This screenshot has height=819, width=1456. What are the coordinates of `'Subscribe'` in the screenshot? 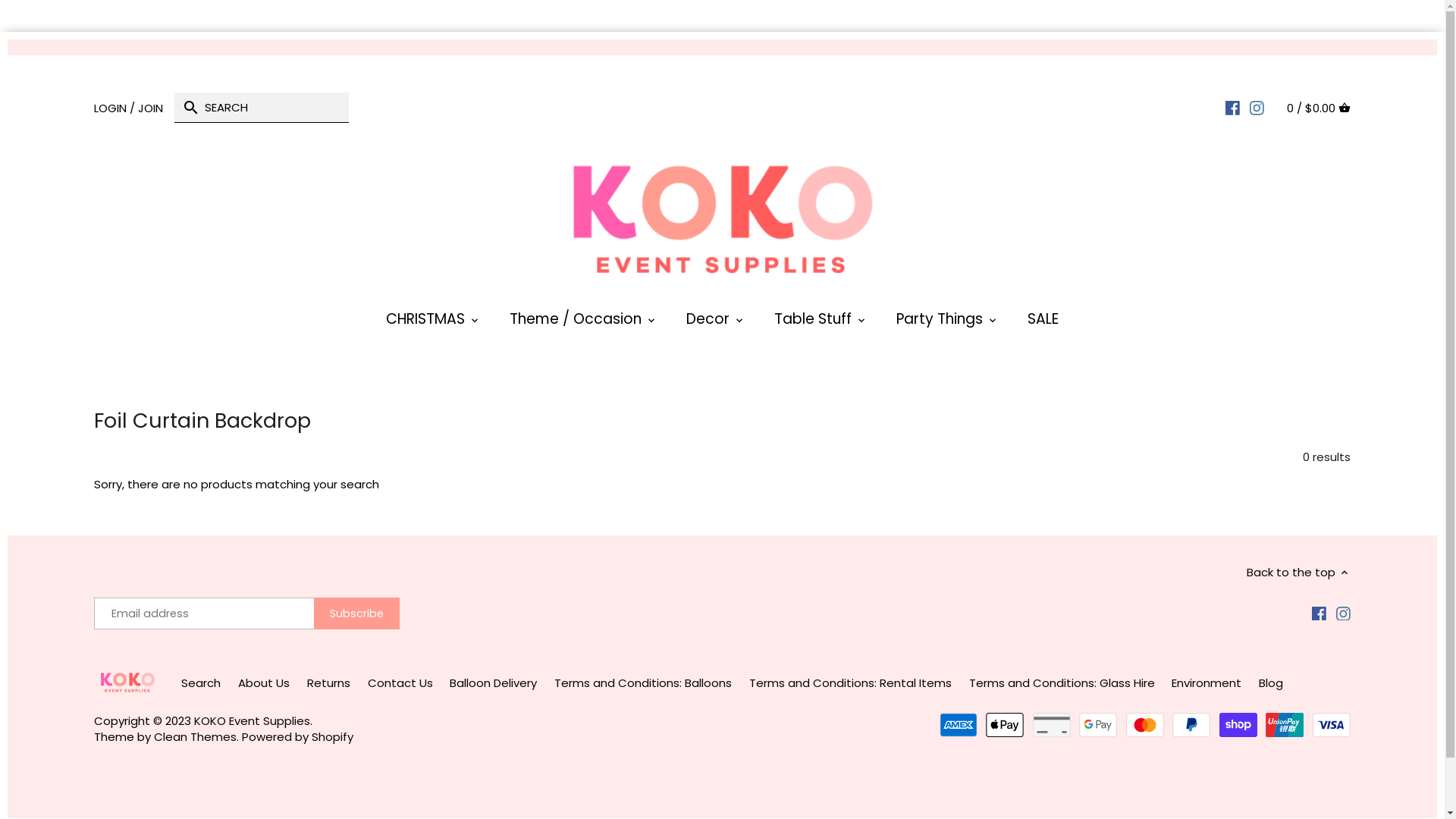 It's located at (356, 613).